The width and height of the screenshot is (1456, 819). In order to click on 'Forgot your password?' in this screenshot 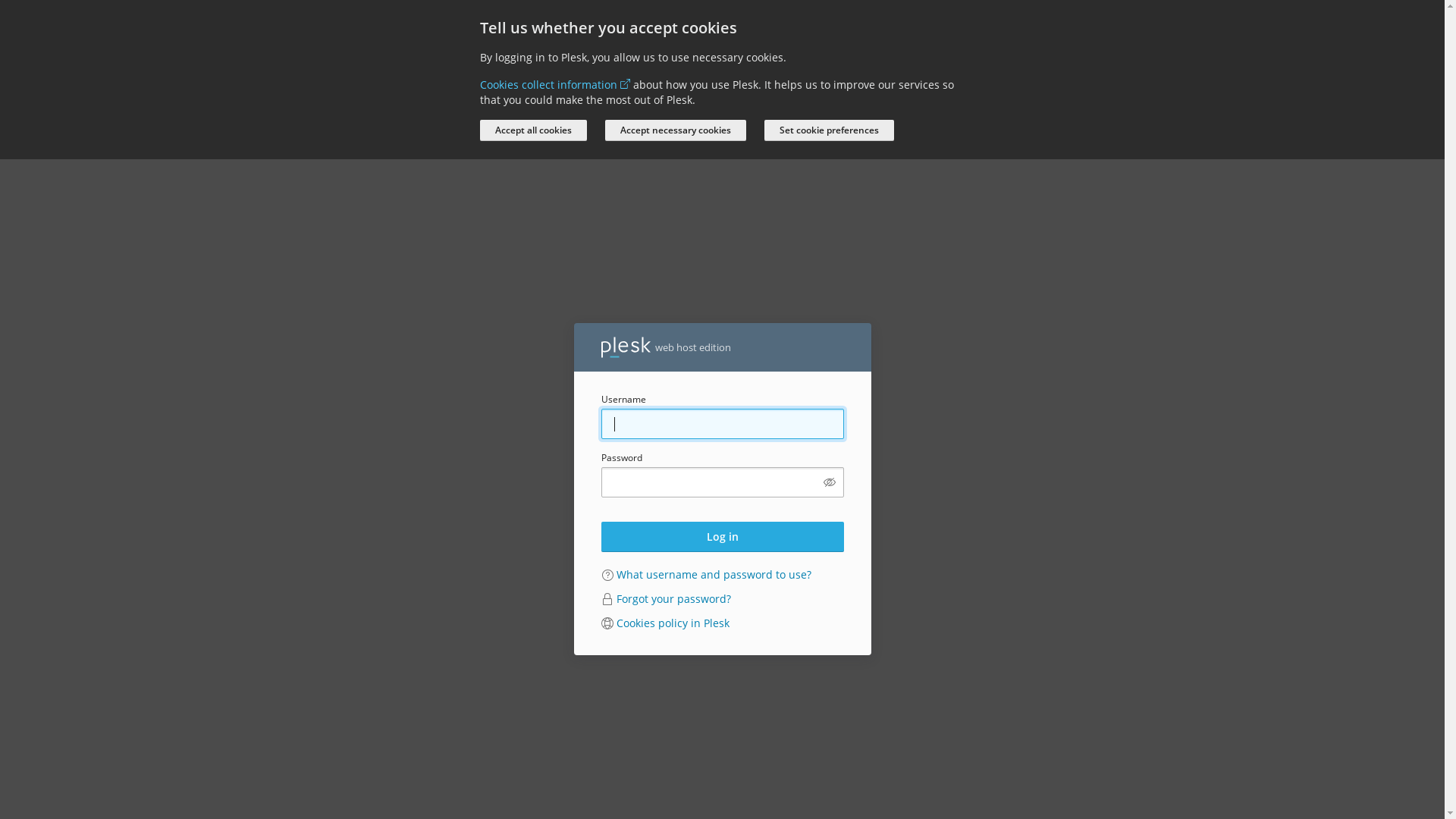, I will do `click(615, 598)`.